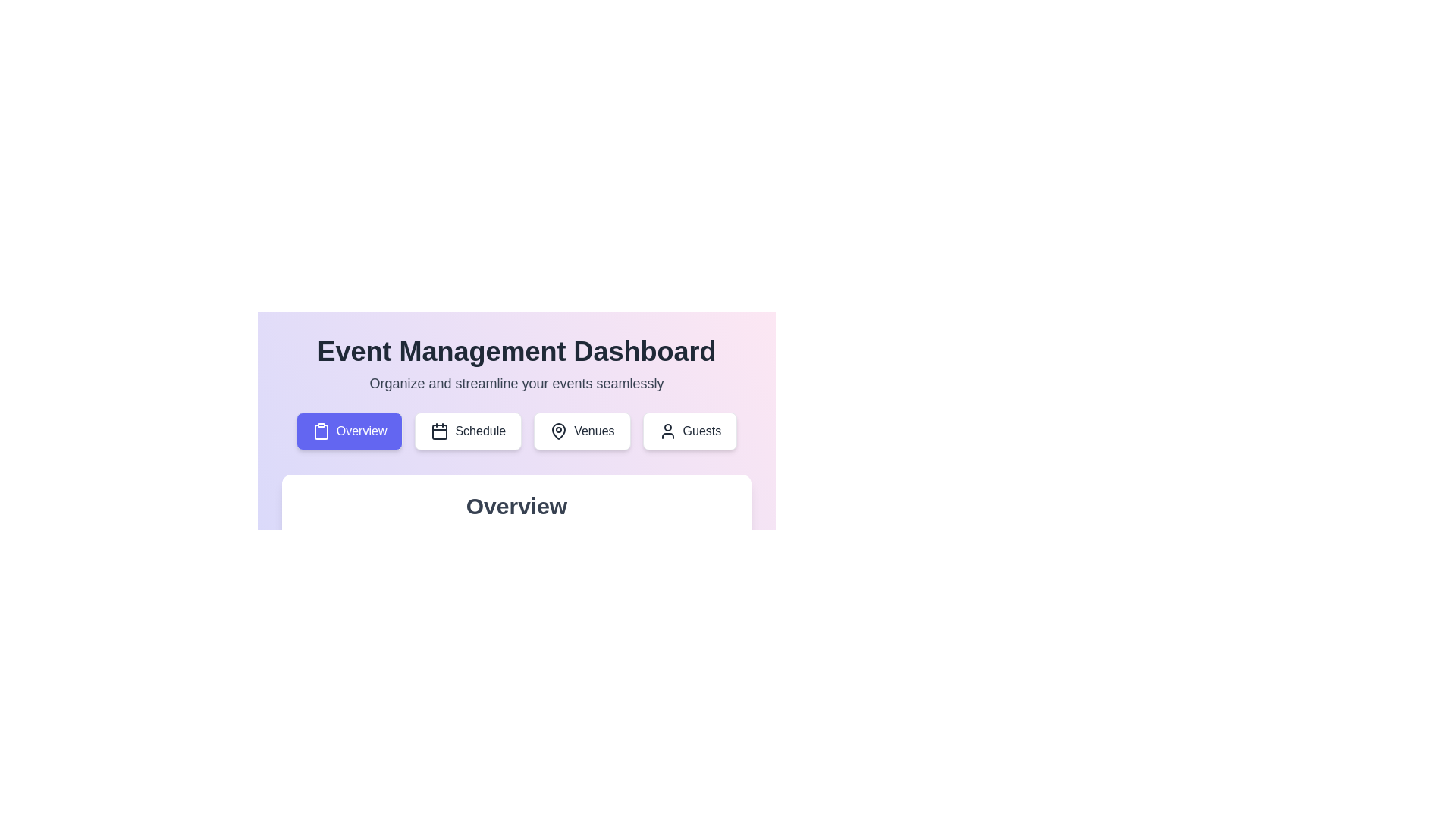 The width and height of the screenshot is (1456, 819). What do you see at coordinates (582, 431) in the screenshot?
I see `the tab labeled Venues to view its content` at bounding box center [582, 431].